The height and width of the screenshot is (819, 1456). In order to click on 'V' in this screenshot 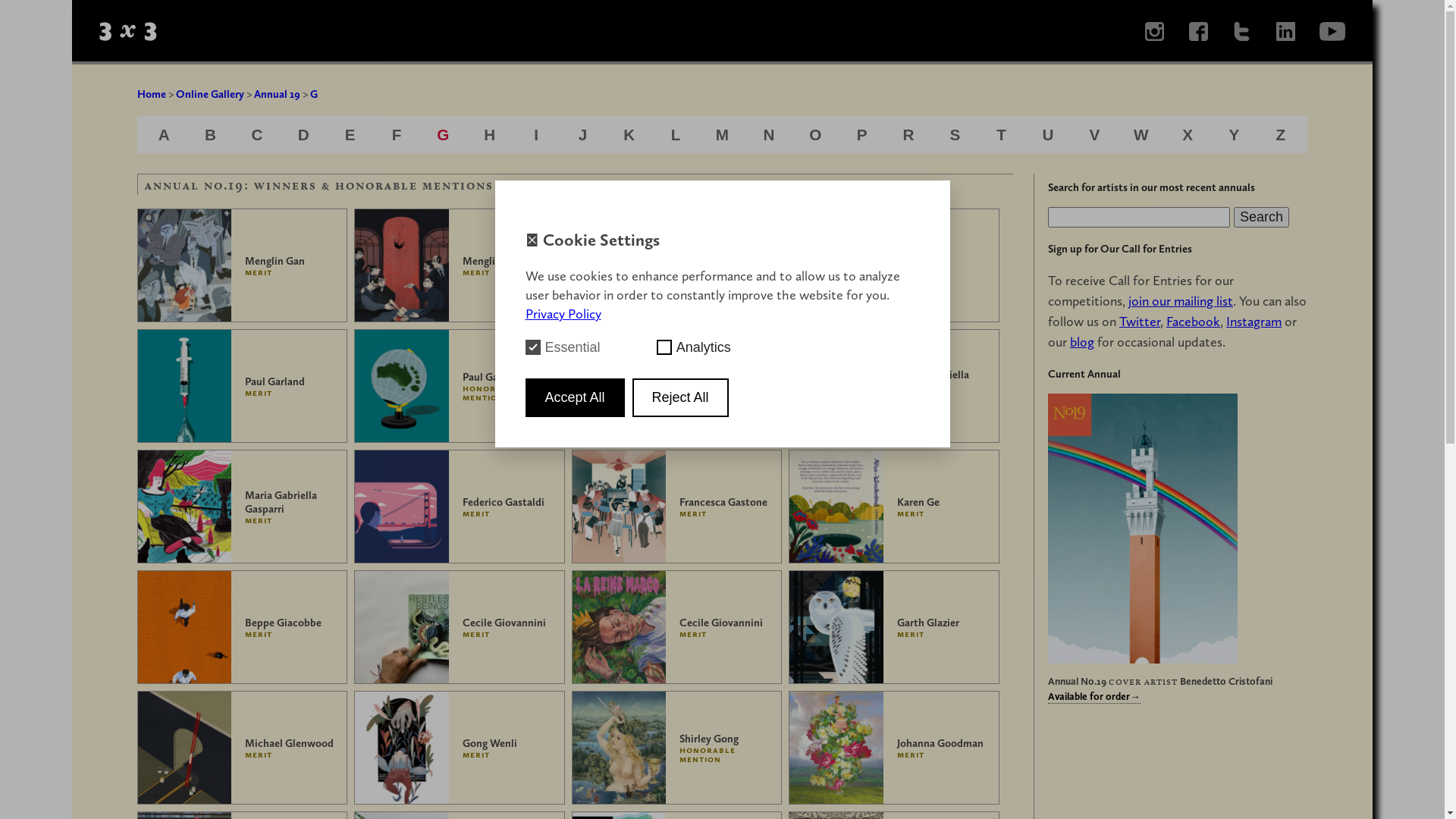, I will do `click(1094, 133)`.